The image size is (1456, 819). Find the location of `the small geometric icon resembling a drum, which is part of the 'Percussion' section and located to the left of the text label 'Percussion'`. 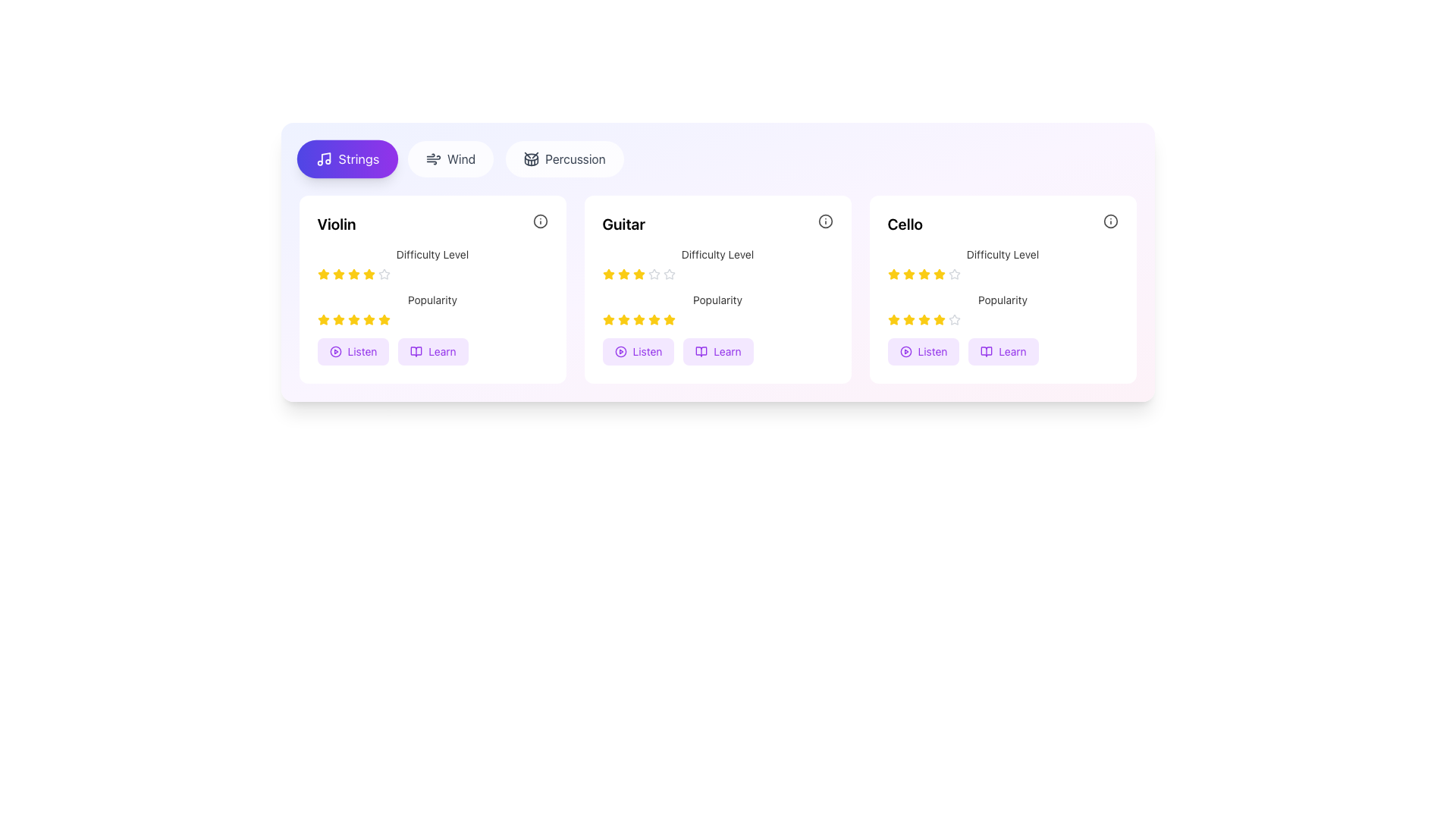

the small geometric icon resembling a drum, which is part of the 'Percussion' section and located to the left of the text label 'Percussion' is located at coordinates (532, 158).